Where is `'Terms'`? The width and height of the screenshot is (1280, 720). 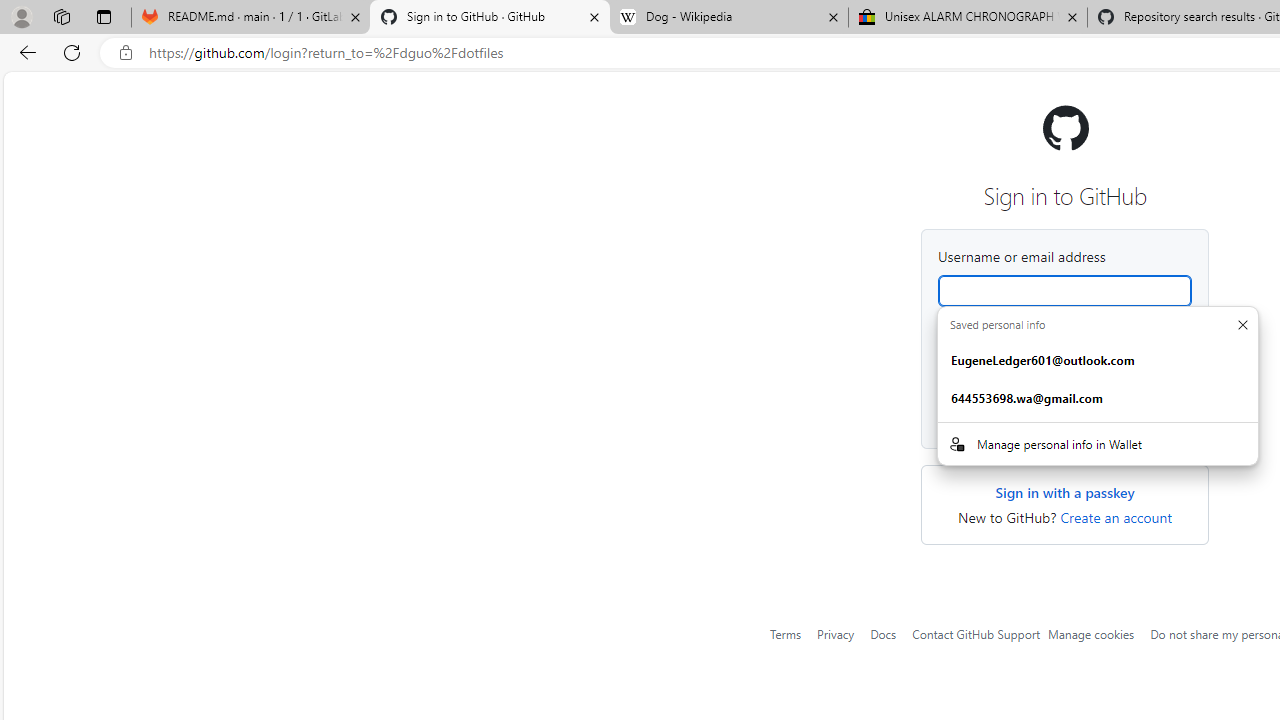
'Terms' is located at coordinates (785, 633).